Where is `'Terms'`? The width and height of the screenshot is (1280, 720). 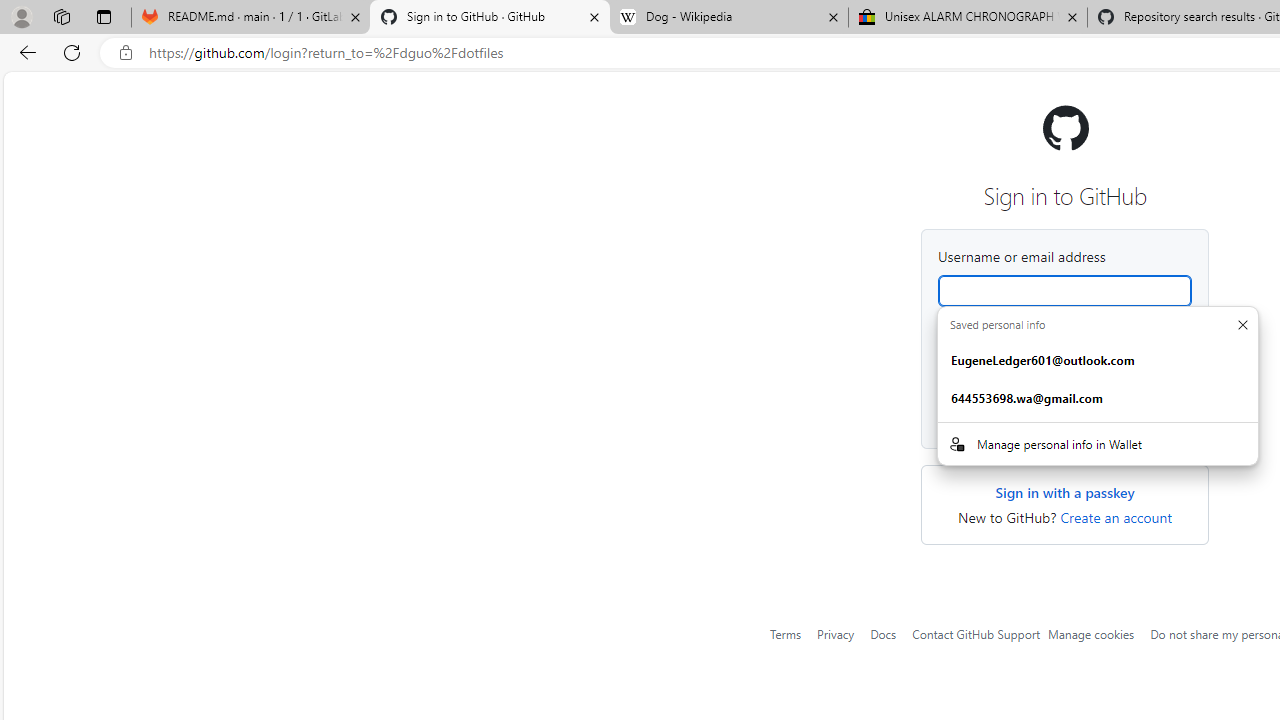
'Terms' is located at coordinates (785, 633).